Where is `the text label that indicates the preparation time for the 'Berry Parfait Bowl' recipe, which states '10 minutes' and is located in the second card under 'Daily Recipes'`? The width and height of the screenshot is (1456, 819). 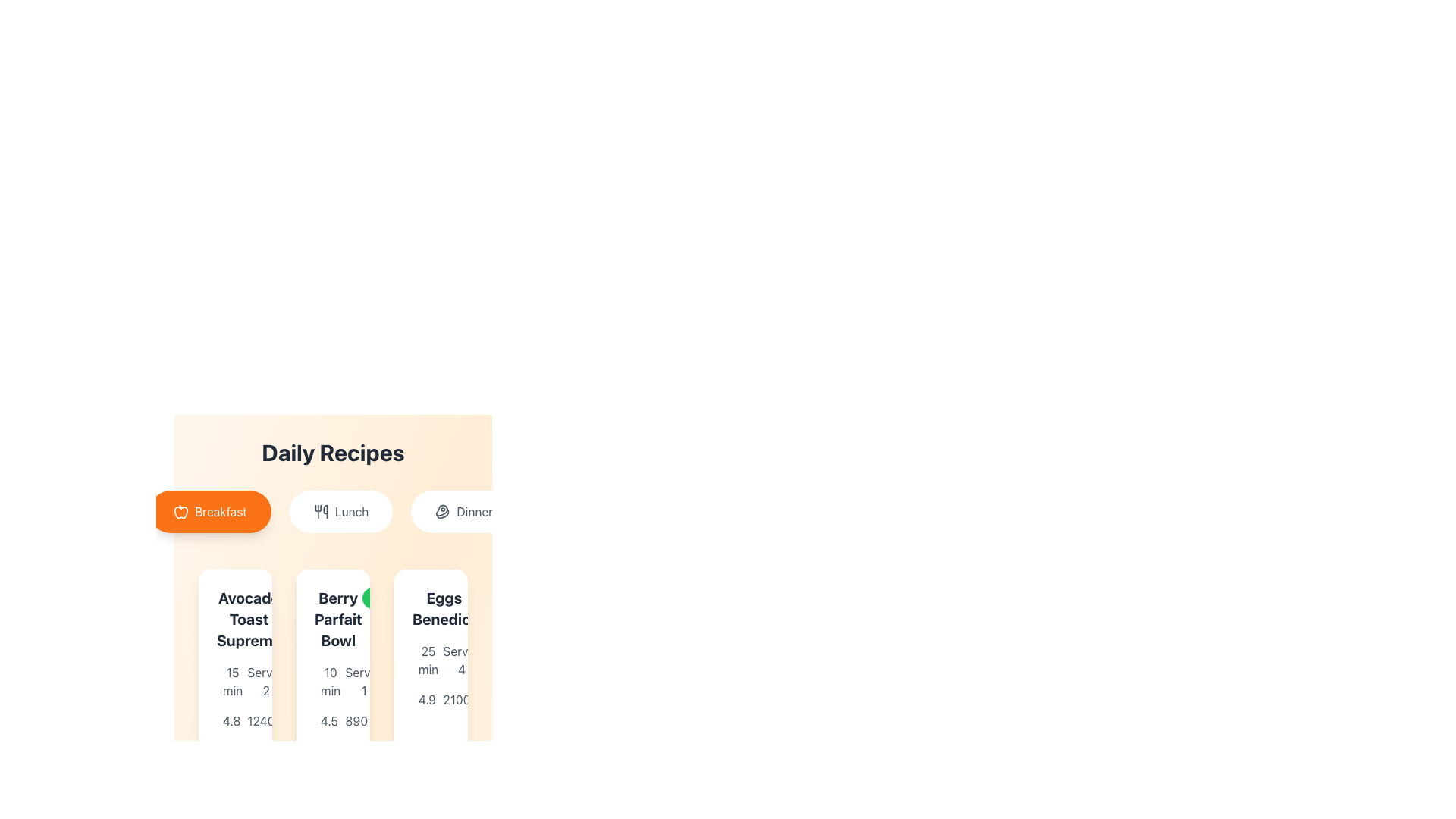 the text label that indicates the preparation time for the 'Berry Parfait Bowl' recipe, which states '10 minutes' and is located in the second card under 'Daily Recipes' is located at coordinates (330, 680).